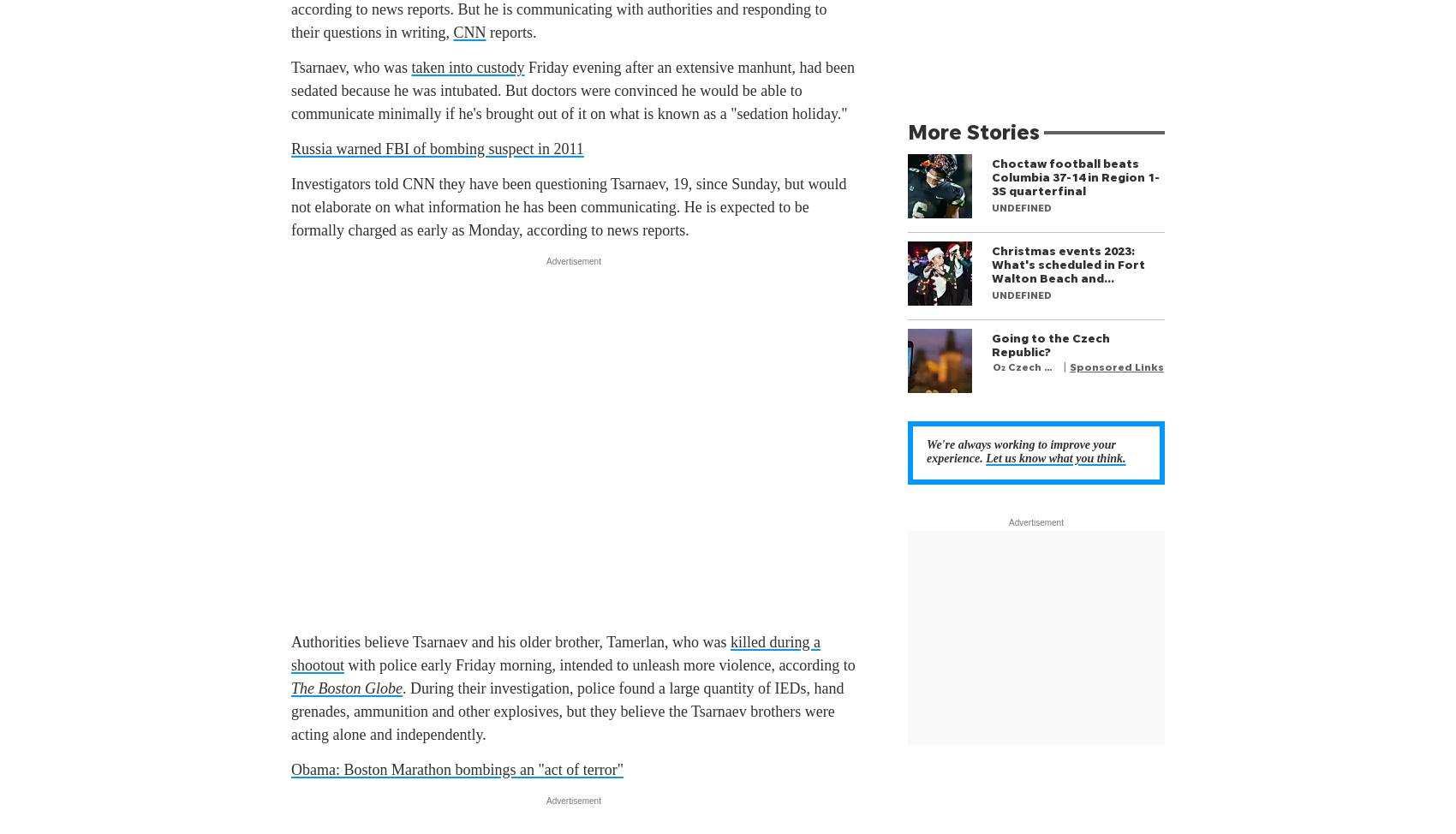 Image resolution: width=1456 pixels, height=834 pixels. Describe the element at coordinates (456, 769) in the screenshot. I see `'Obama: Boston Marathon bombings an "act of terror"'` at that location.